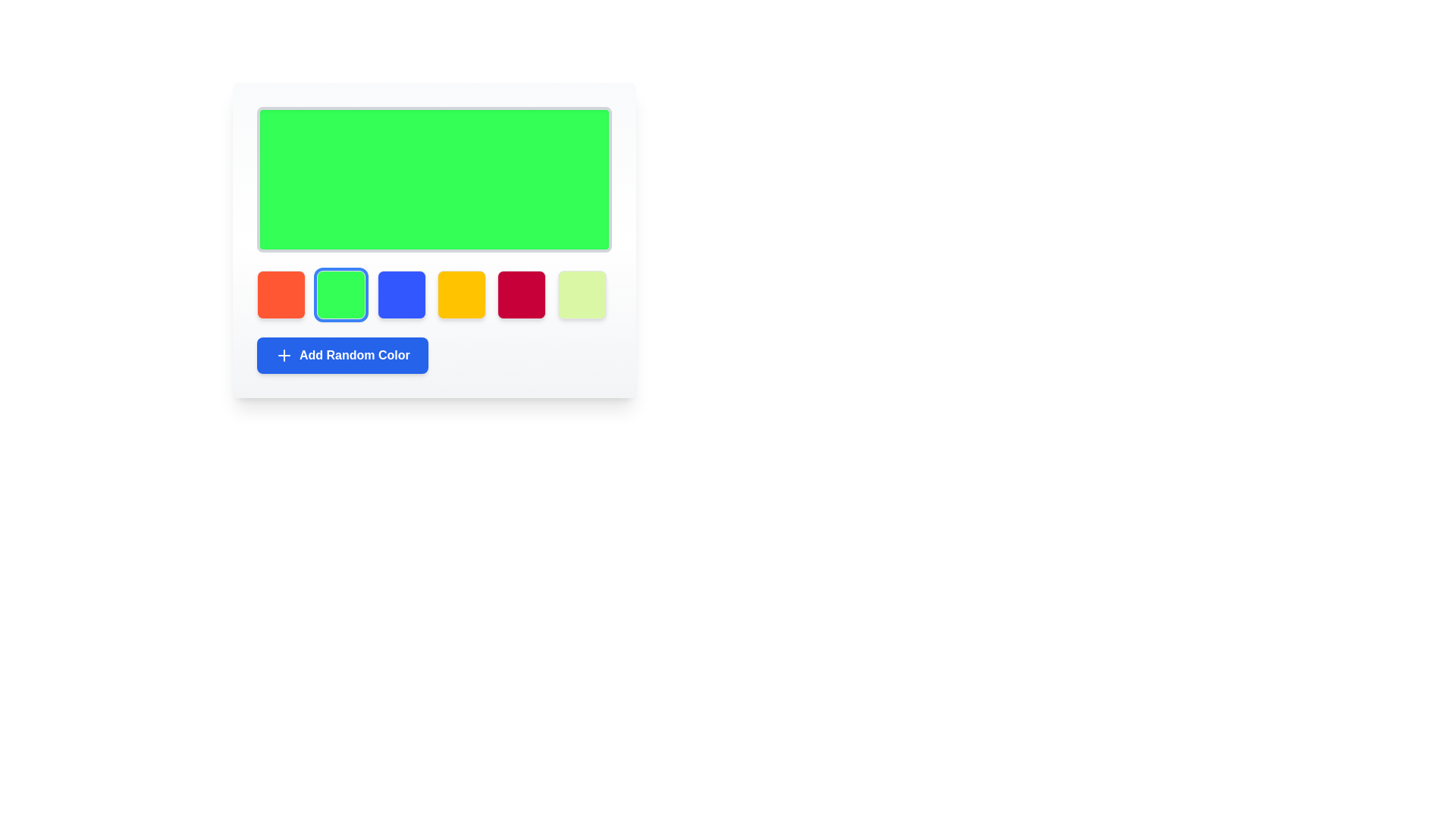  I want to click on the fifth colored square in the grid, so click(522, 295).